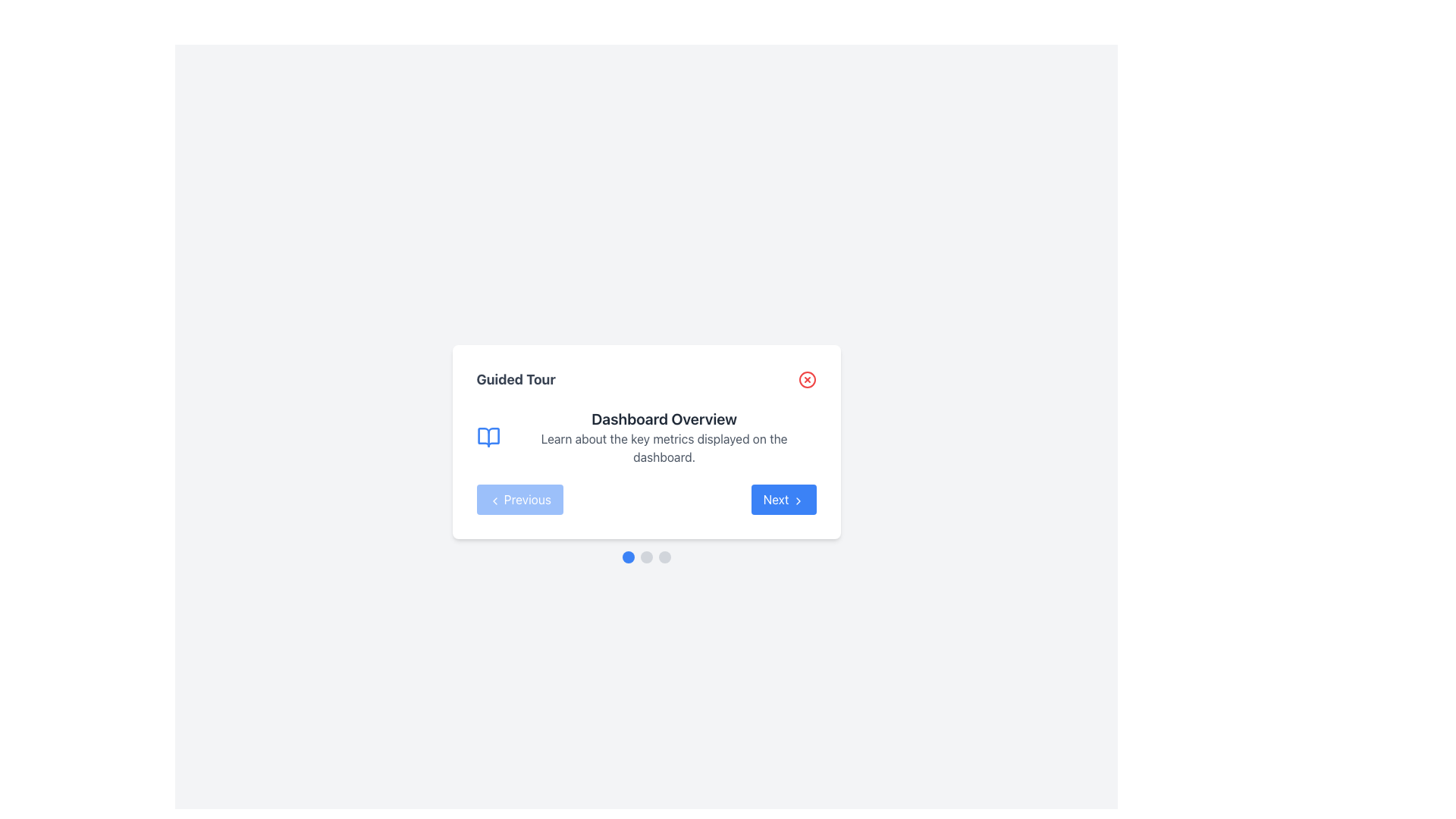 This screenshot has height=819, width=1456. What do you see at coordinates (806, 379) in the screenshot?
I see `the close button located in the top-right corner of the modal, next to the title text 'Guided Tour'` at bounding box center [806, 379].